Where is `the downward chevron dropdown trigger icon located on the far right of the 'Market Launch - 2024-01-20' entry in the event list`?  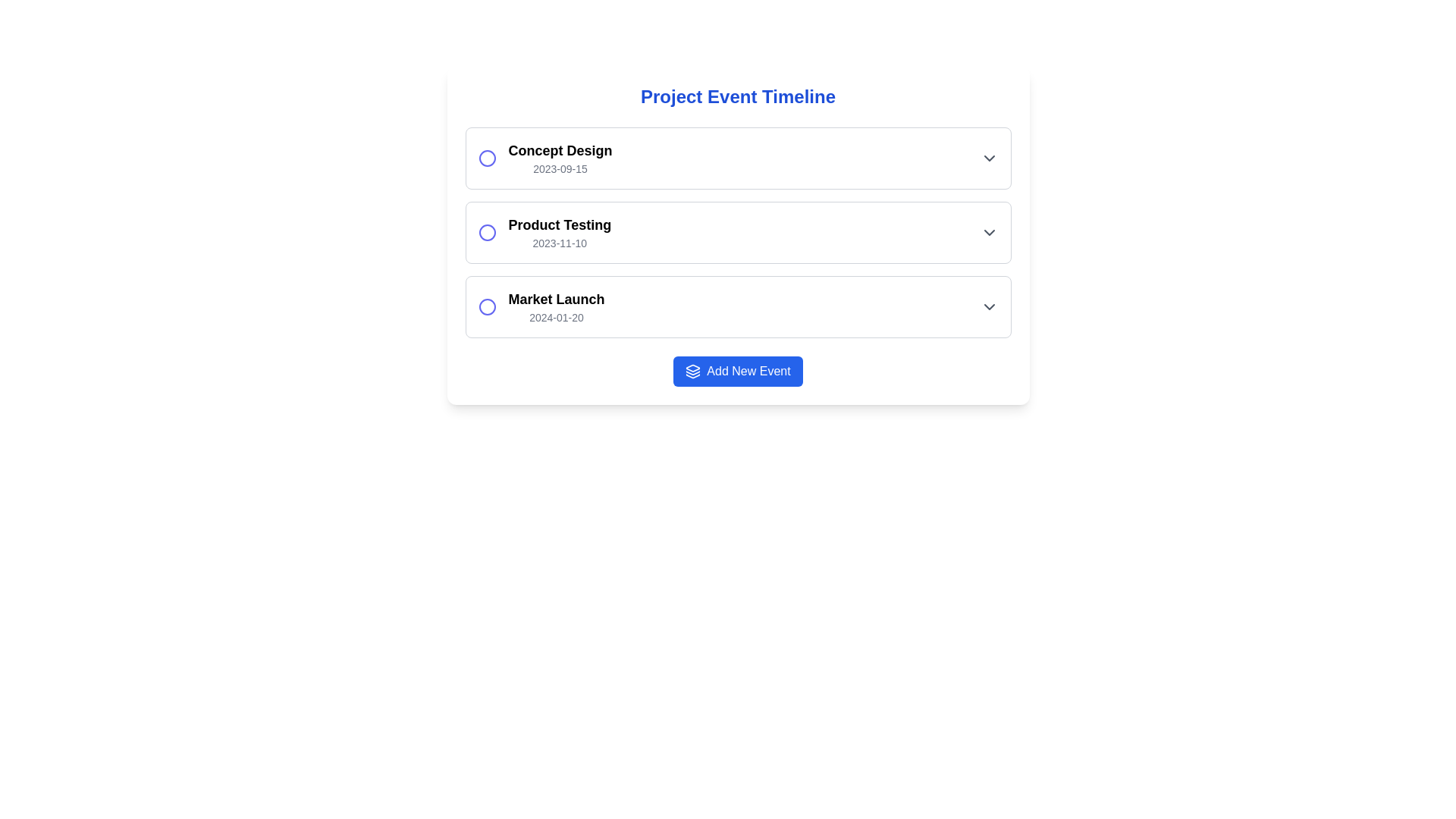 the downward chevron dropdown trigger icon located on the far right of the 'Market Launch - 2024-01-20' entry in the event list is located at coordinates (989, 307).